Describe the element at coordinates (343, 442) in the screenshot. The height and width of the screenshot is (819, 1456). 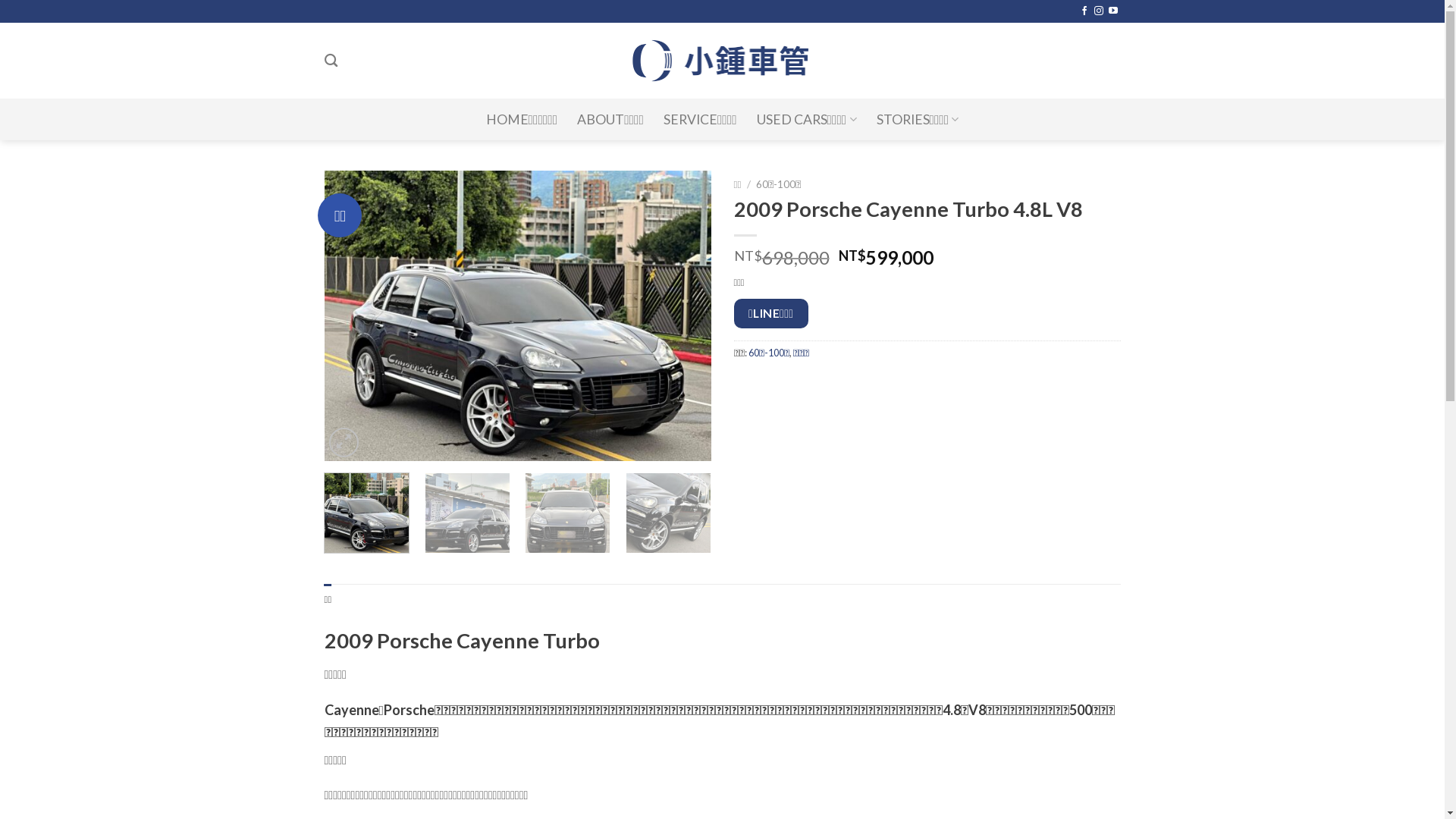
I see `'Zoom'` at that location.